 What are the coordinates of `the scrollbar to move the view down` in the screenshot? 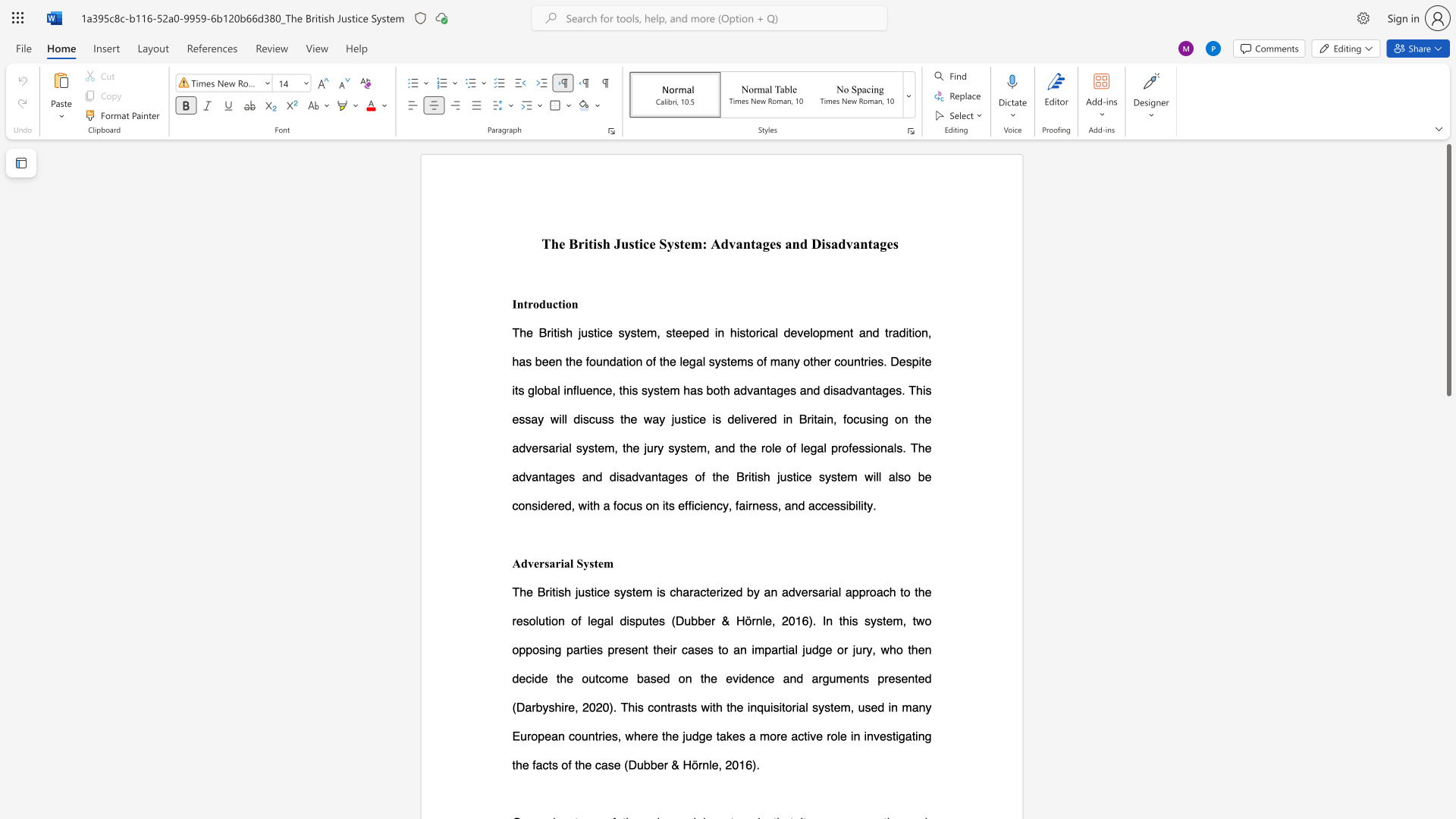 It's located at (1448, 766).